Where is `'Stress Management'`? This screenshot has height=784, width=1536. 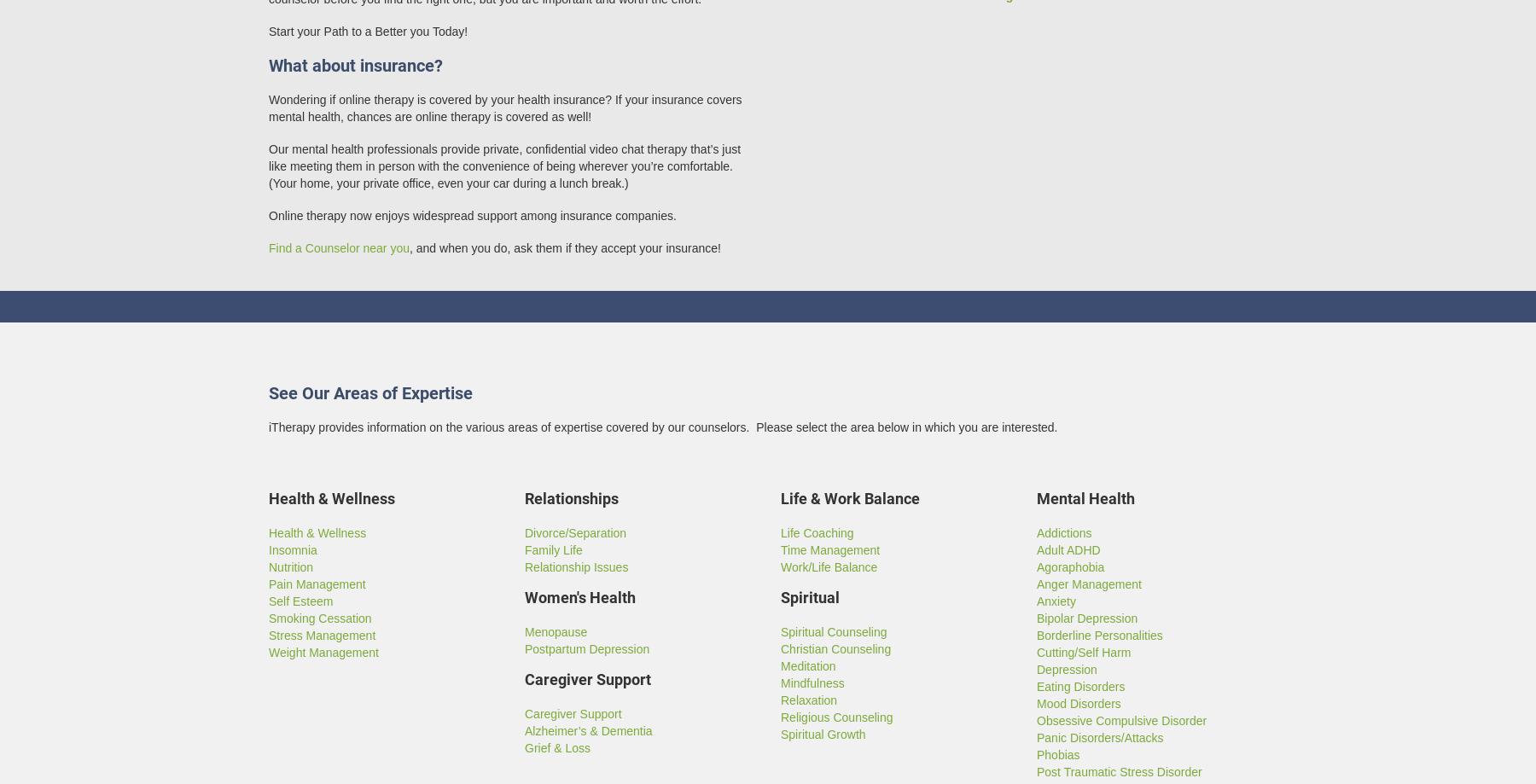 'Stress Management' is located at coordinates (322, 636).